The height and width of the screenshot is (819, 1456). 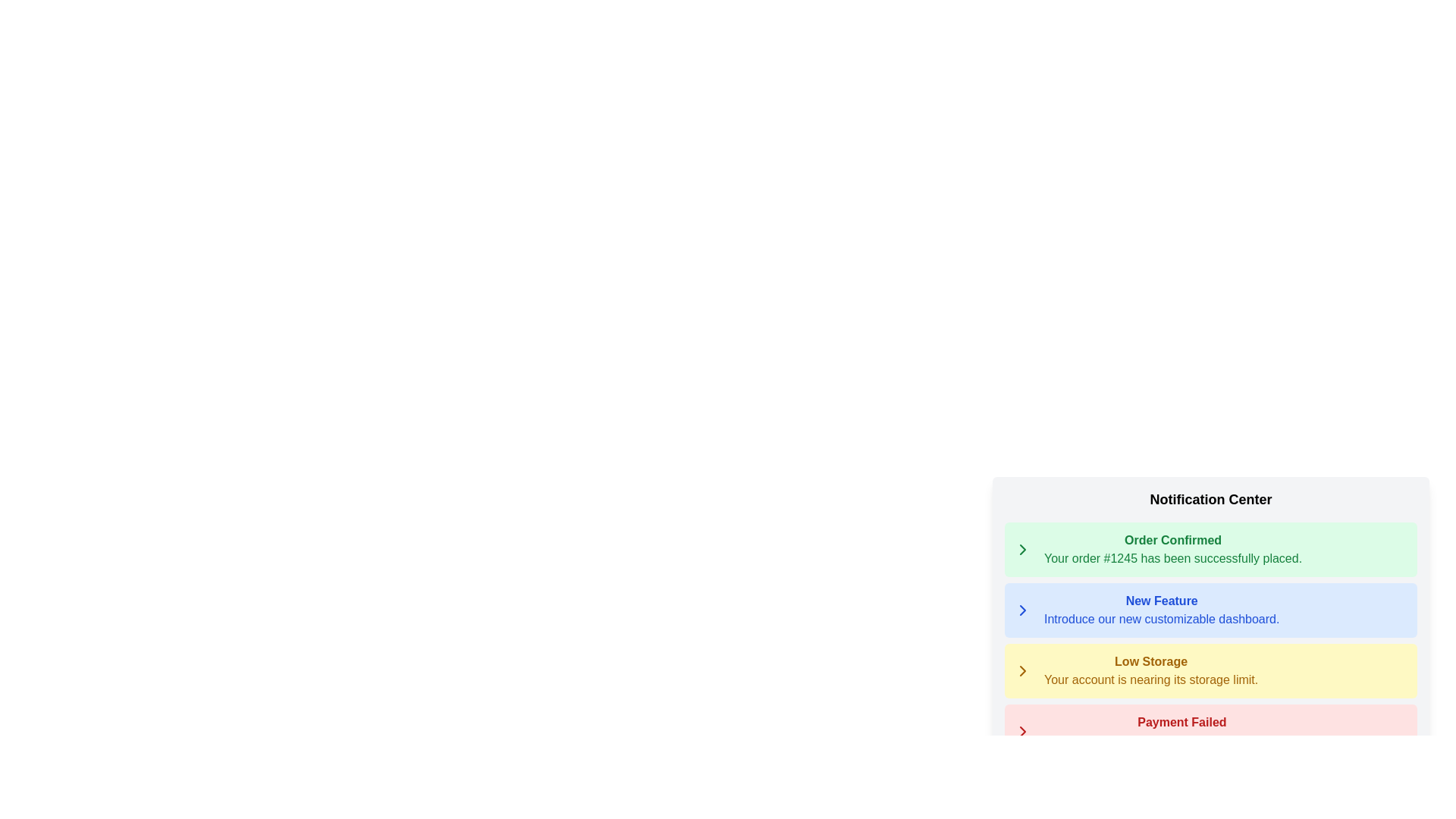 What do you see at coordinates (1210, 610) in the screenshot?
I see `the Notification Card, which is the second item in the vertical list of notifications, located below the 'Order Confirmed' notification and above the 'Low Storage' notification` at bounding box center [1210, 610].